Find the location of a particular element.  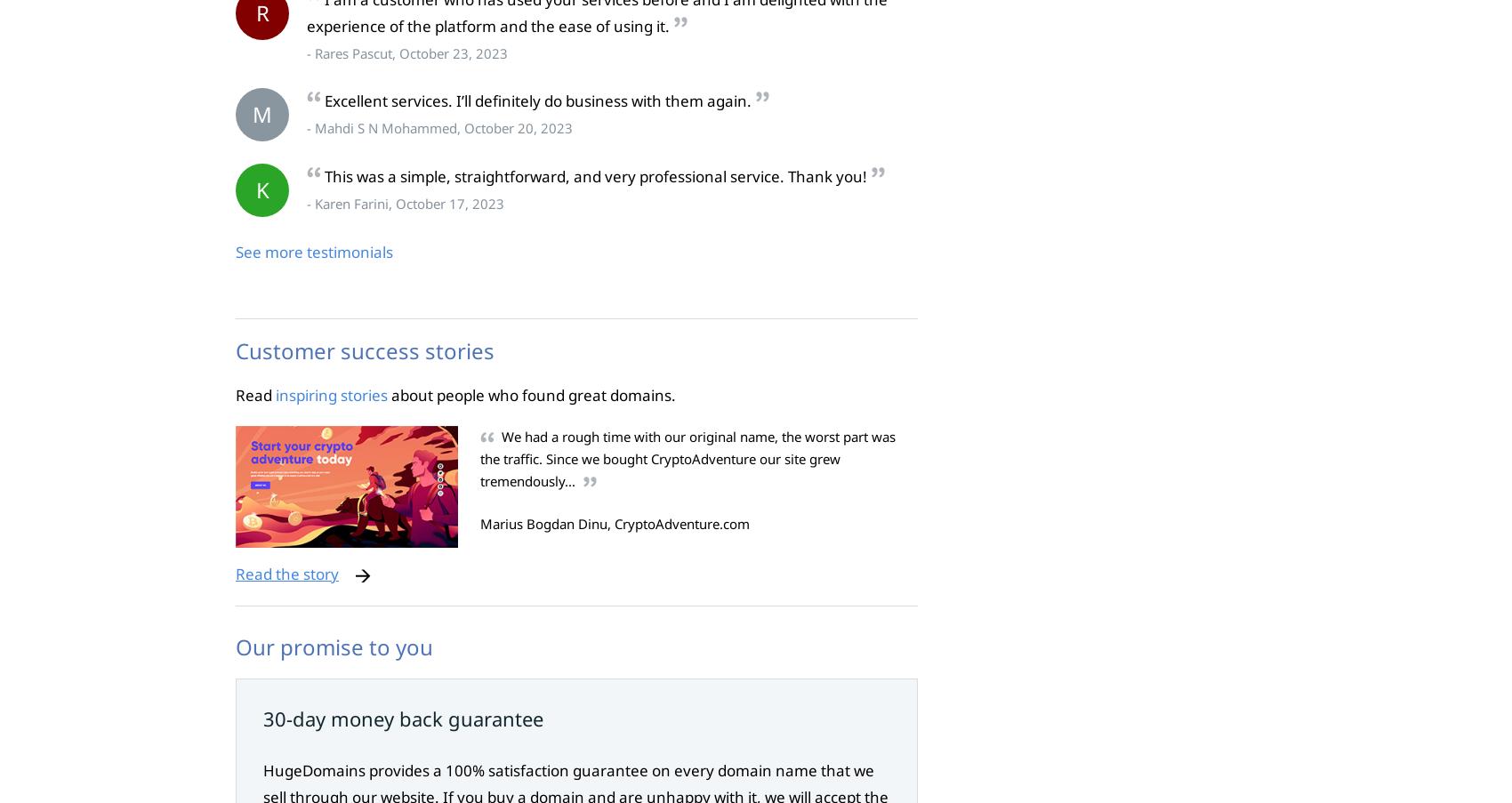

'This was a simple, straightforward, and very professional service. Thank you!' is located at coordinates (595, 176).